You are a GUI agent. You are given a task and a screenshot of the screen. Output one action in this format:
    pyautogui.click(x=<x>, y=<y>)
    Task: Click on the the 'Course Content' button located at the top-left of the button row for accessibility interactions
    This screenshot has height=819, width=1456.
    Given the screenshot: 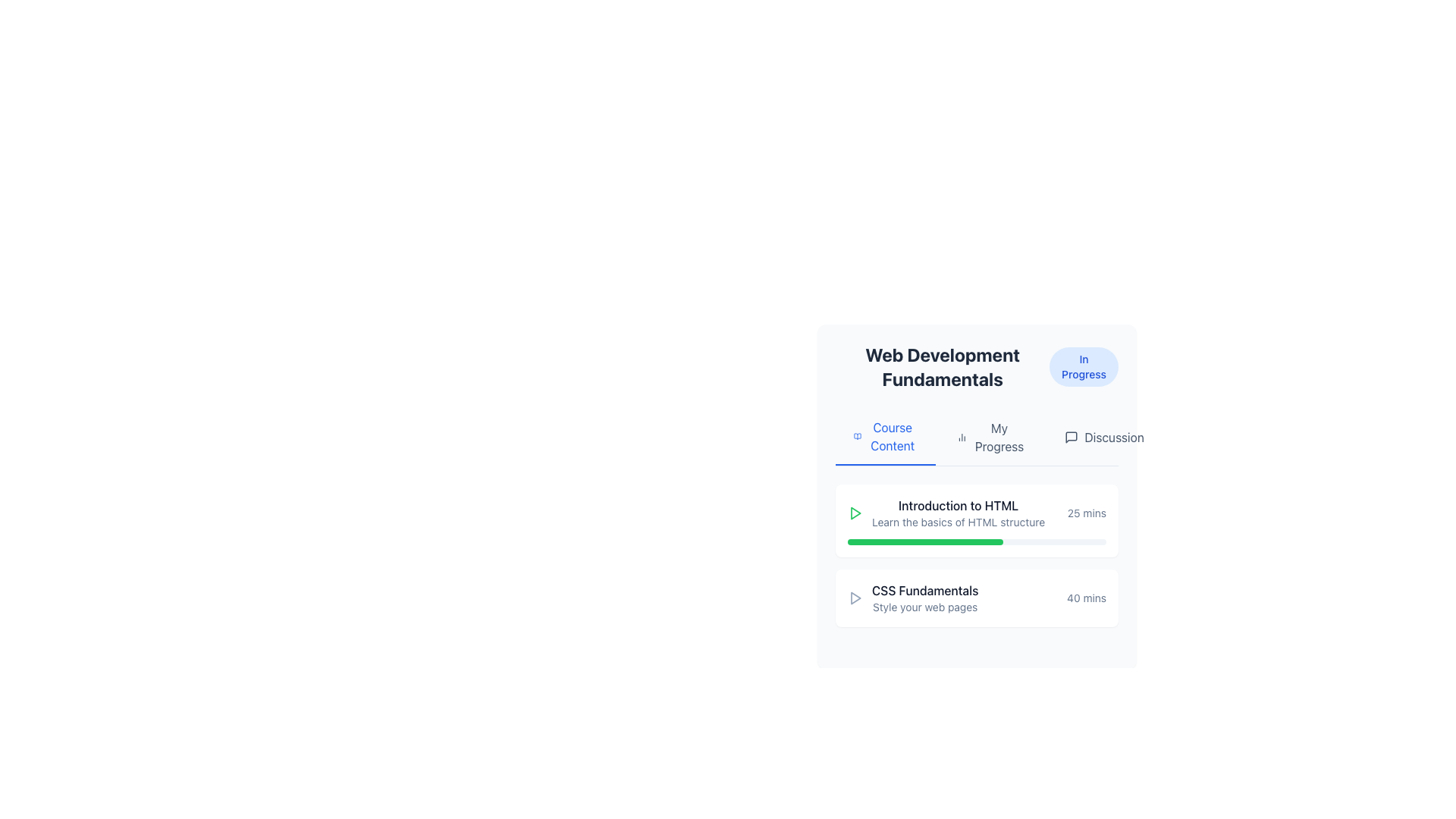 What is the action you would take?
    pyautogui.click(x=885, y=438)
    